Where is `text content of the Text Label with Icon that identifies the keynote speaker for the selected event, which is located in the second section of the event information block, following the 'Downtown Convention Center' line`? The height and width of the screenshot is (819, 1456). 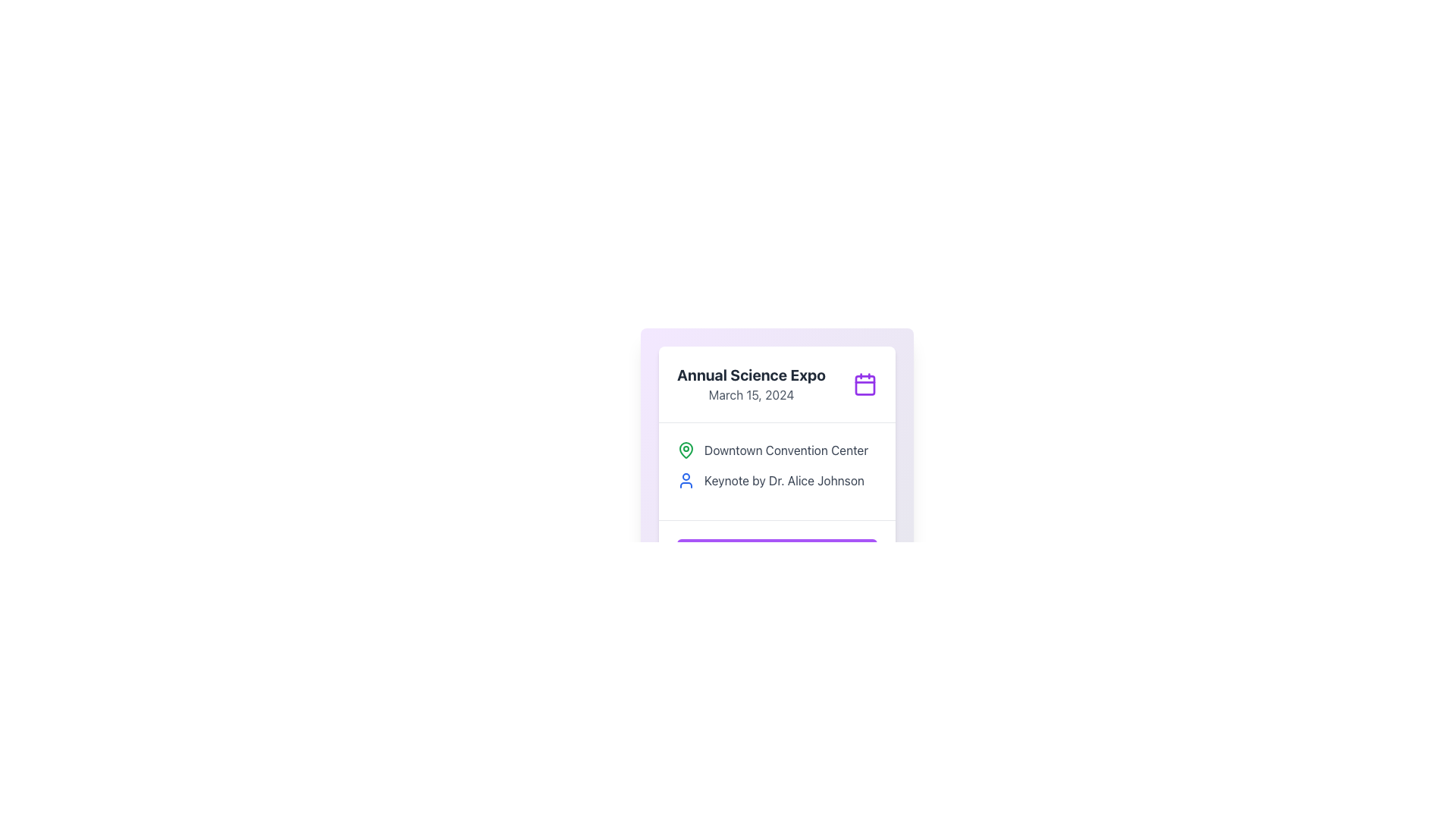 text content of the Text Label with Icon that identifies the keynote speaker for the selected event, which is located in the second section of the event information block, following the 'Downtown Convention Center' line is located at coordinates (777, 480).